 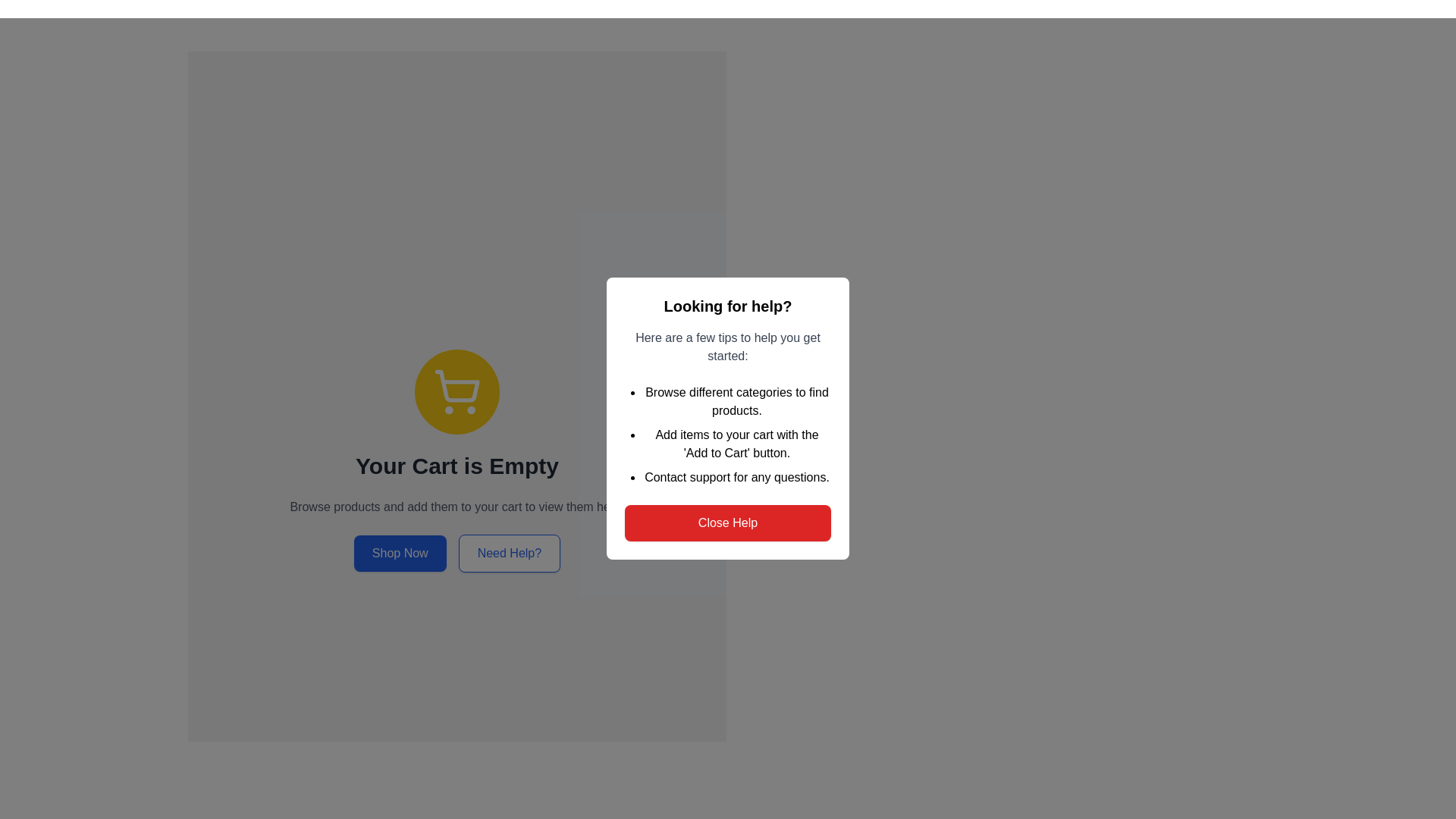 What do you see at coordinates (457, 391) in the screenshot?
I see `the circular yellow button containing the white shopping cart icon, which is centrally positioned above the text 'Your Cart is Empty'` at bounding box center [457, 391].